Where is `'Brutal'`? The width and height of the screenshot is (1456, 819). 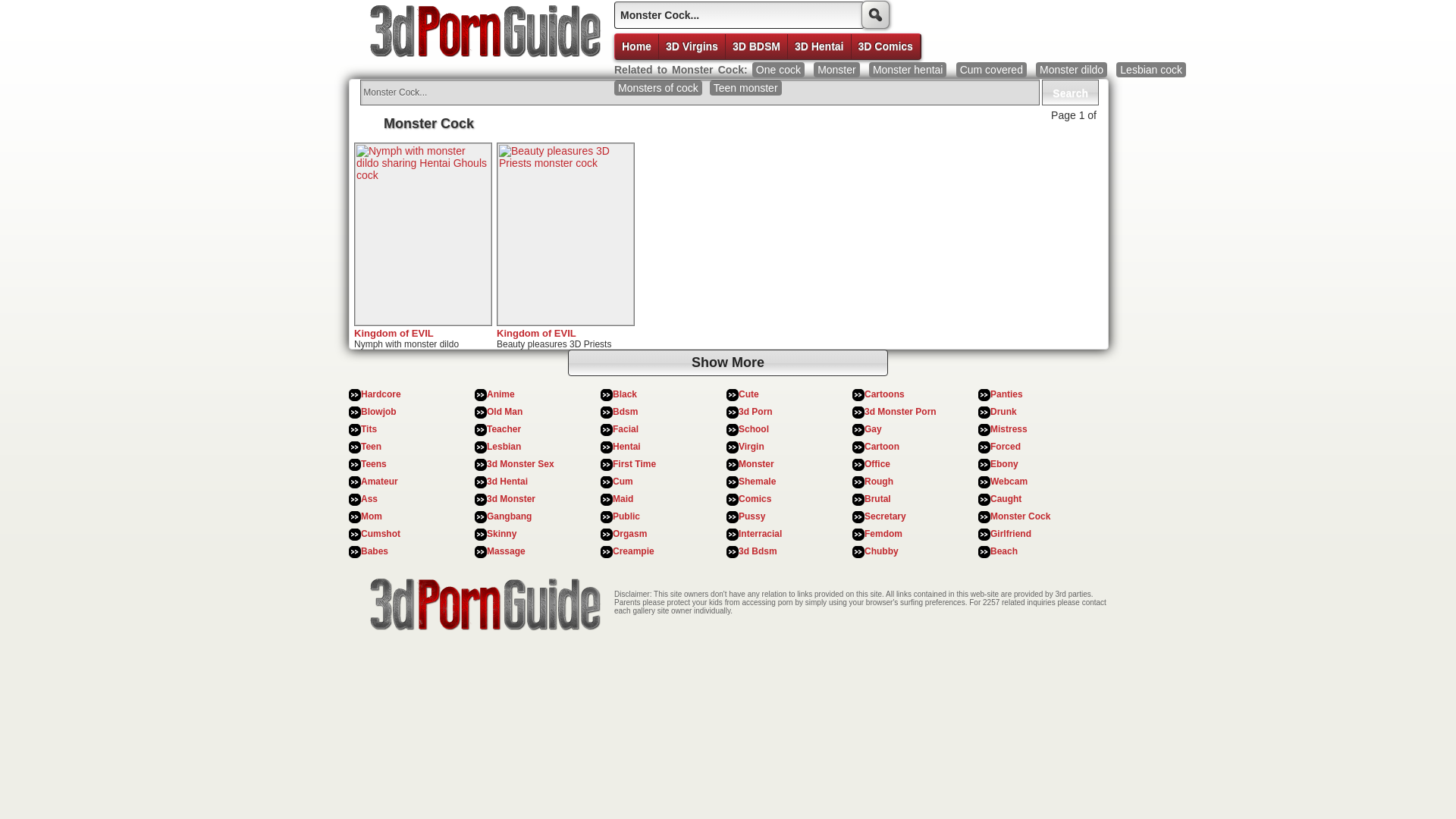 'Brutal' is located at coordinates (864, 499).